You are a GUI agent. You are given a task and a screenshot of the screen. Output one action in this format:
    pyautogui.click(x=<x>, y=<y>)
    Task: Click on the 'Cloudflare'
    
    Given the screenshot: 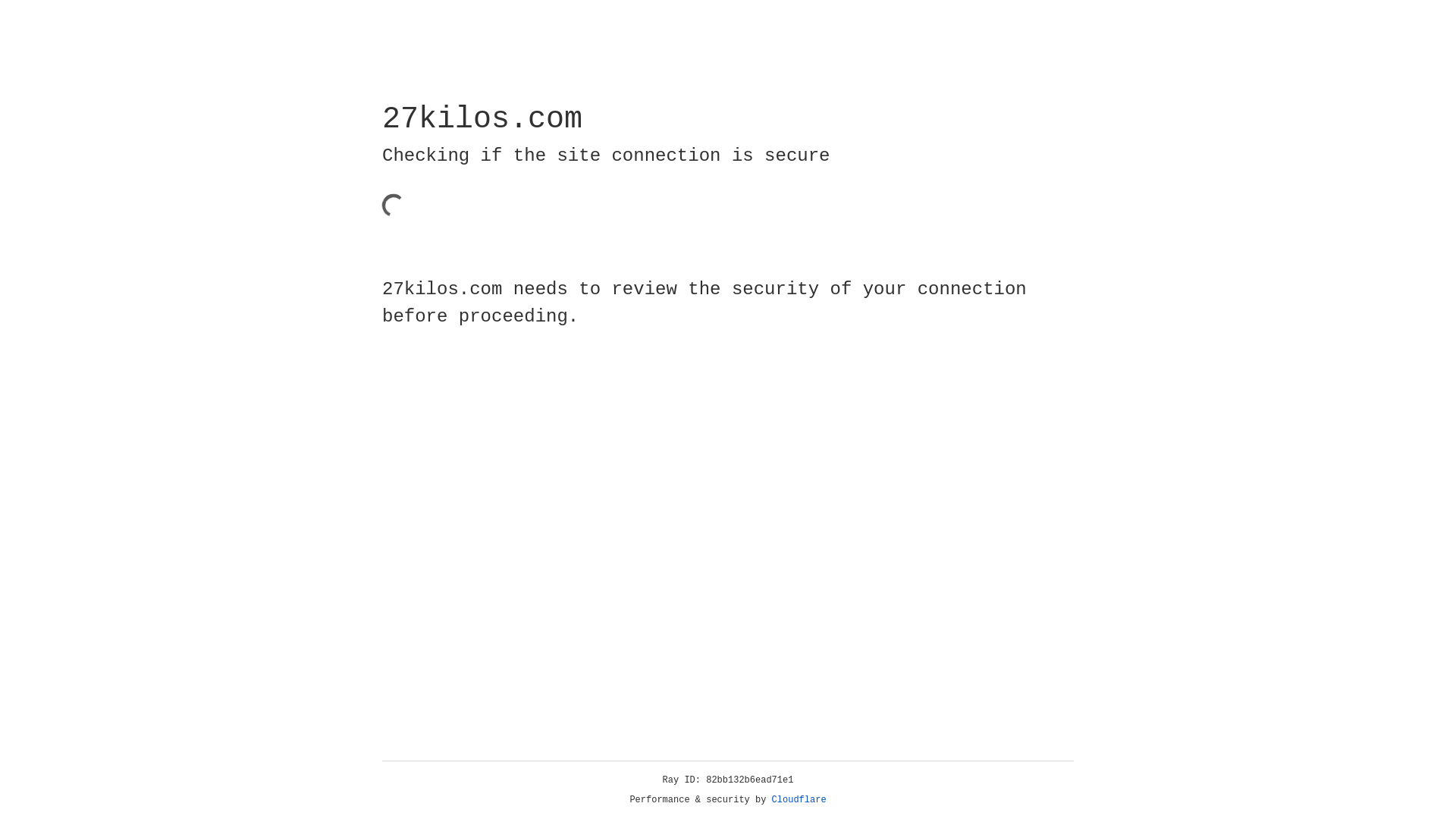 What is the action you would take?
    pyautogui.click(x=799, y=799)
    